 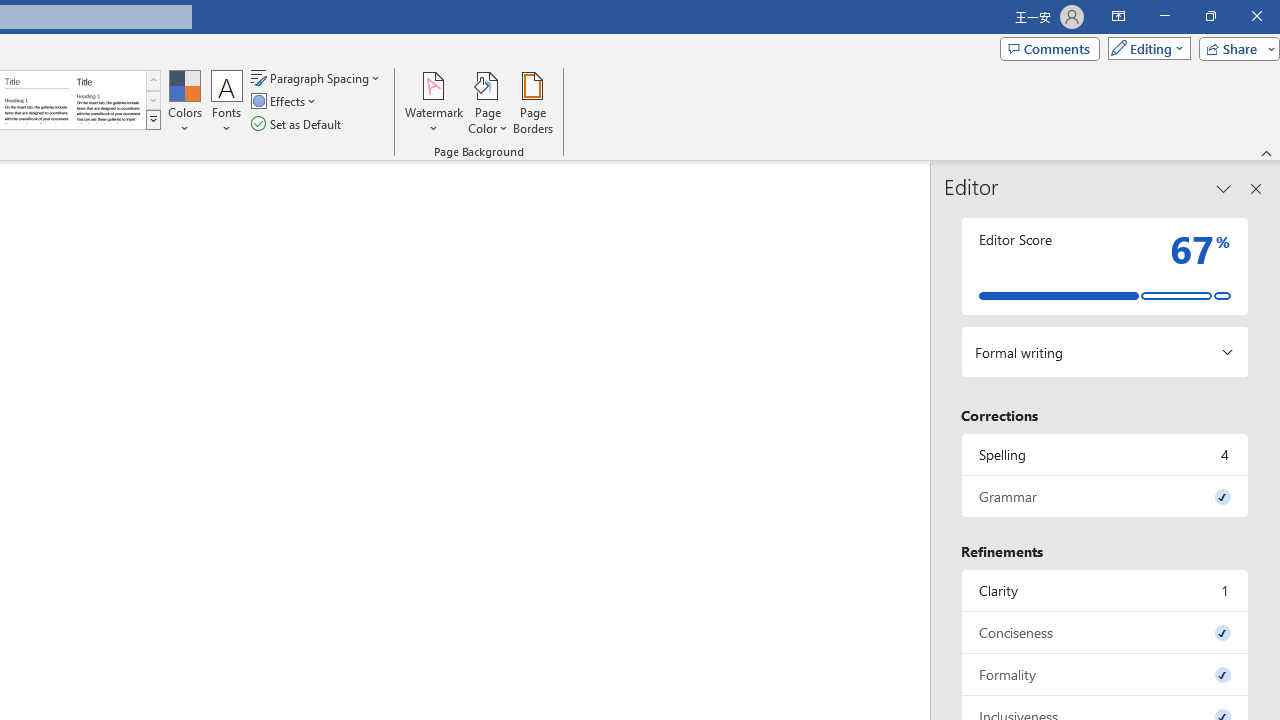 What do you see at coordinates (297, 124) in the screenshot?
I see `'Set as Default'` at bounding box center [297, 124].